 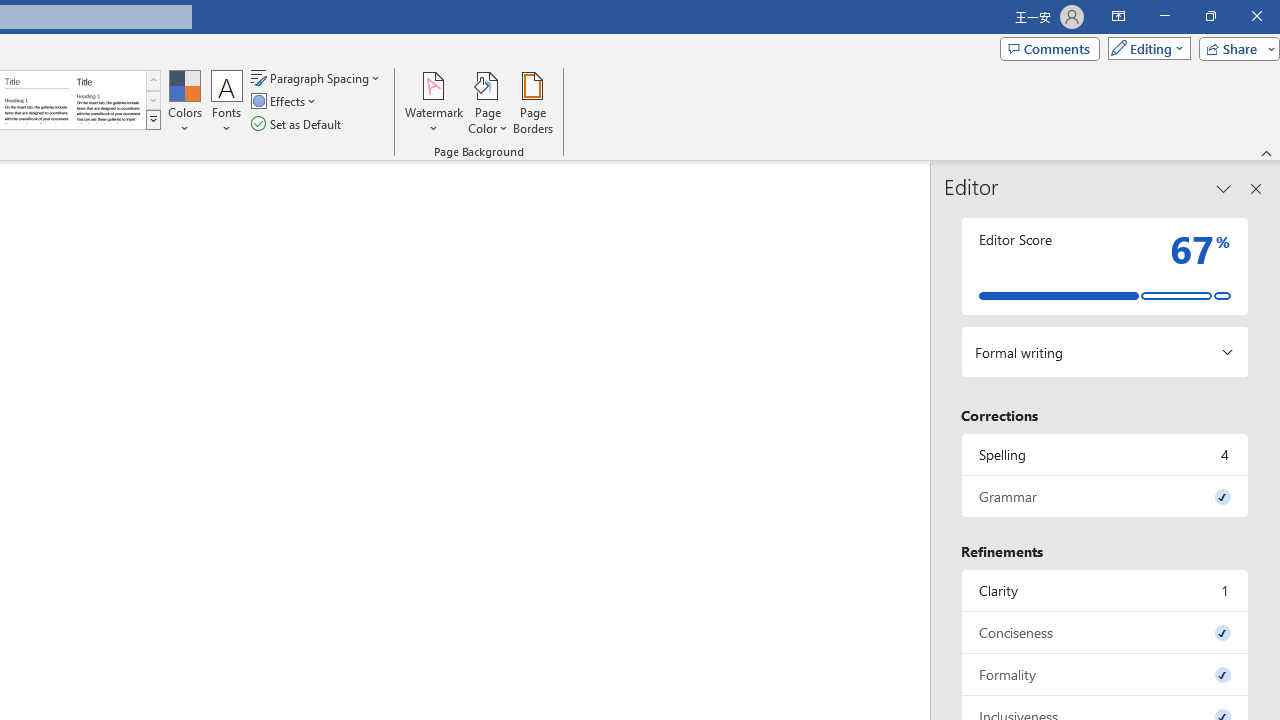 What do you see at coordinates (297, 124) in the screenshot?
I see `'Set as Default'` at bounding box center [297, 124].